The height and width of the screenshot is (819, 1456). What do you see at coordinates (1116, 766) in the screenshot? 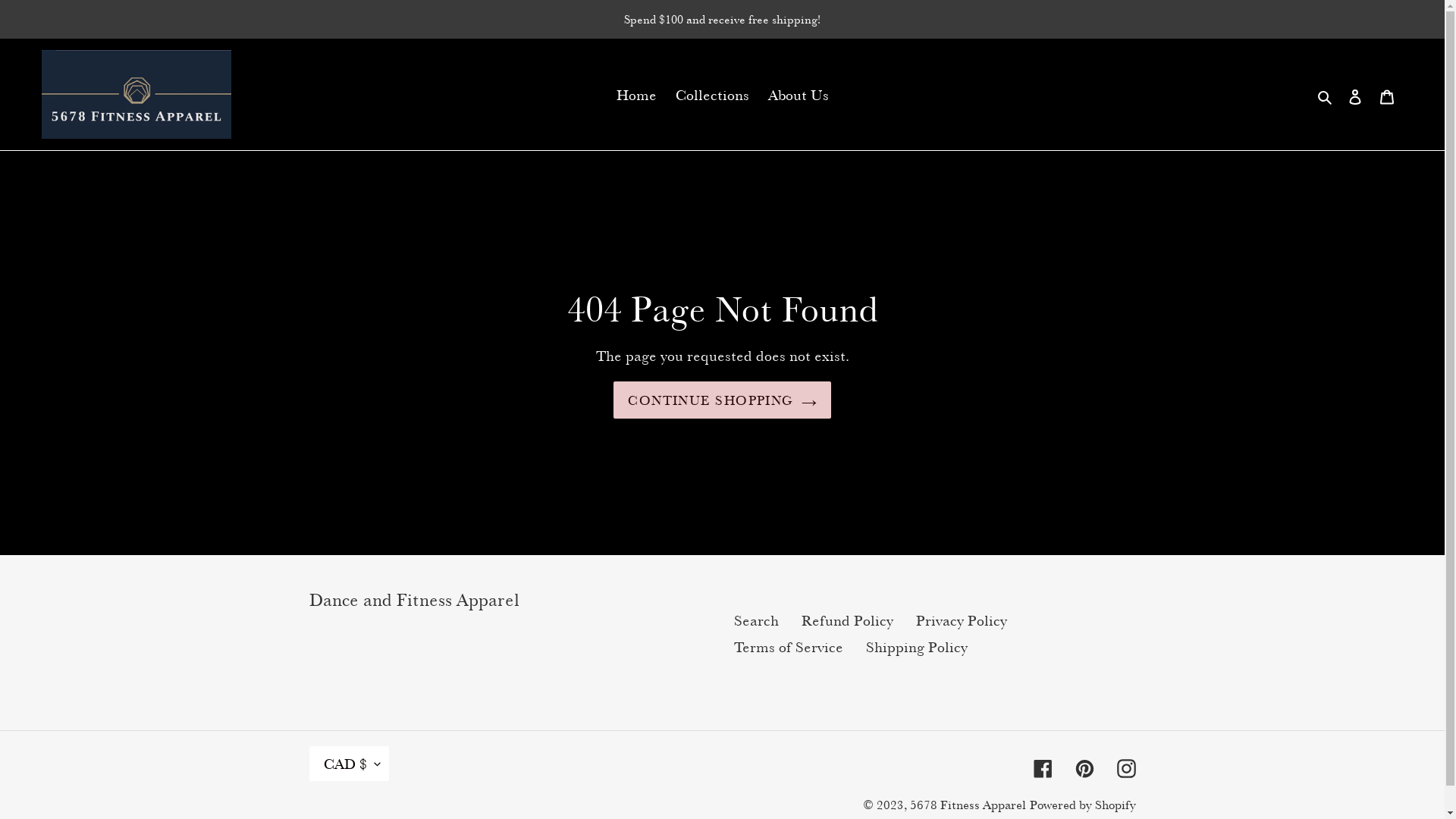
I see `'Instagram'` at bounding box center [1116, 766].